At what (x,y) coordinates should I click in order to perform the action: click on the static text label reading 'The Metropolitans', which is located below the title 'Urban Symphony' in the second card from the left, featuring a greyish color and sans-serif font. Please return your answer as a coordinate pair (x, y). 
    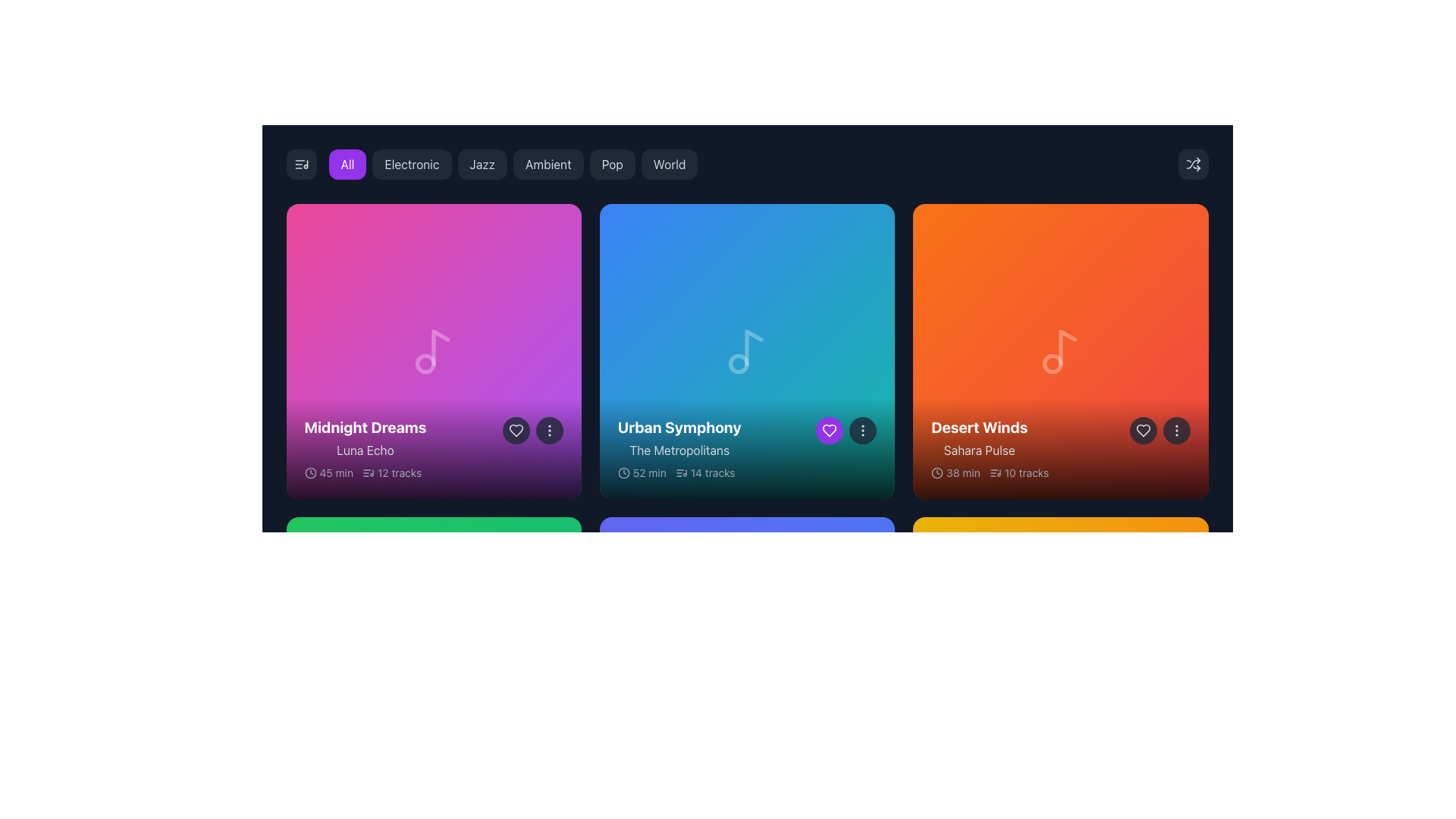
    Looking at the image, I should click on (679, 450).